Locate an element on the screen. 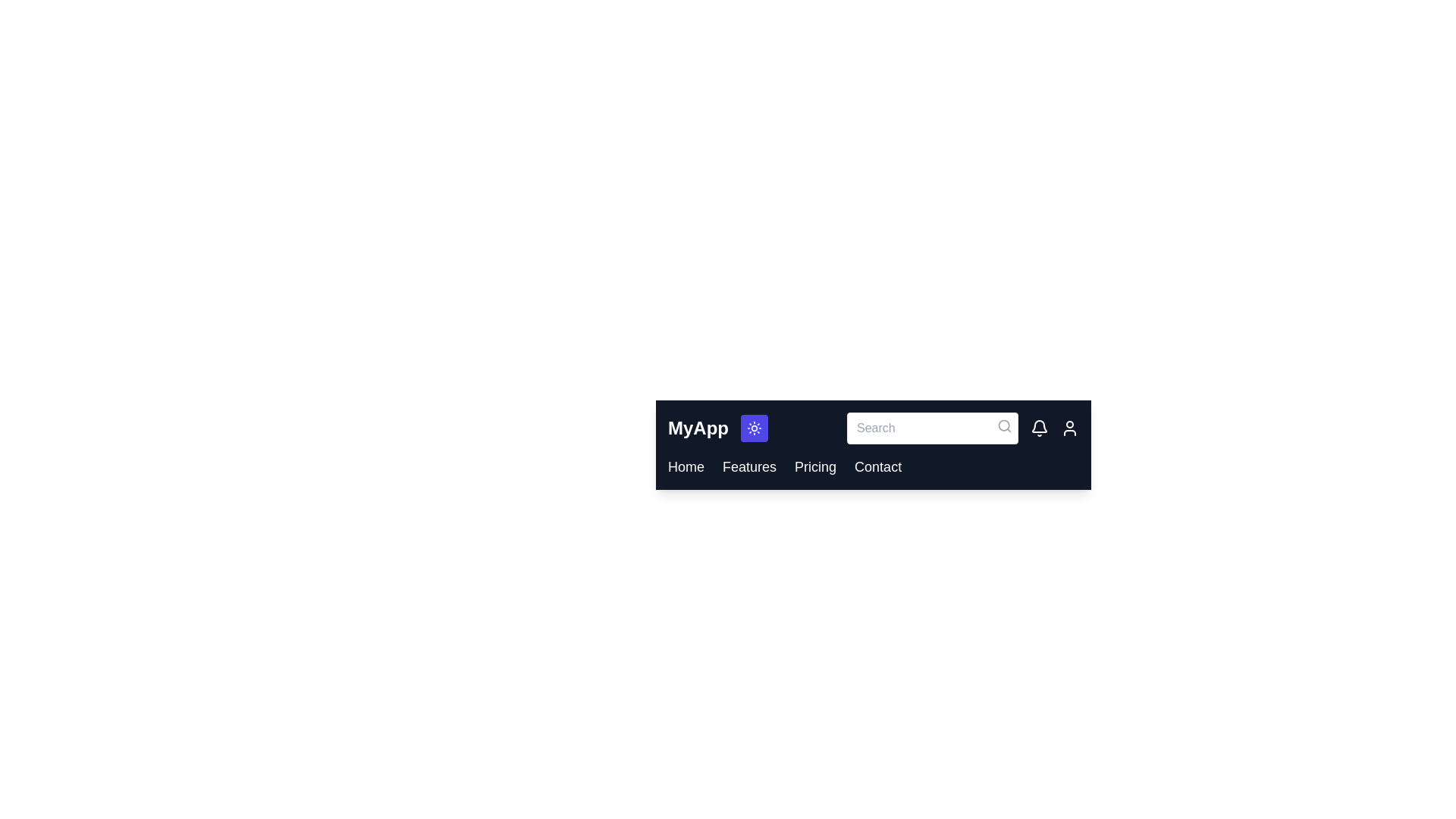 The height and width of the screenshot is (819, 1456). the Contact link in the navigation bar is located at coordinates (877, 466).